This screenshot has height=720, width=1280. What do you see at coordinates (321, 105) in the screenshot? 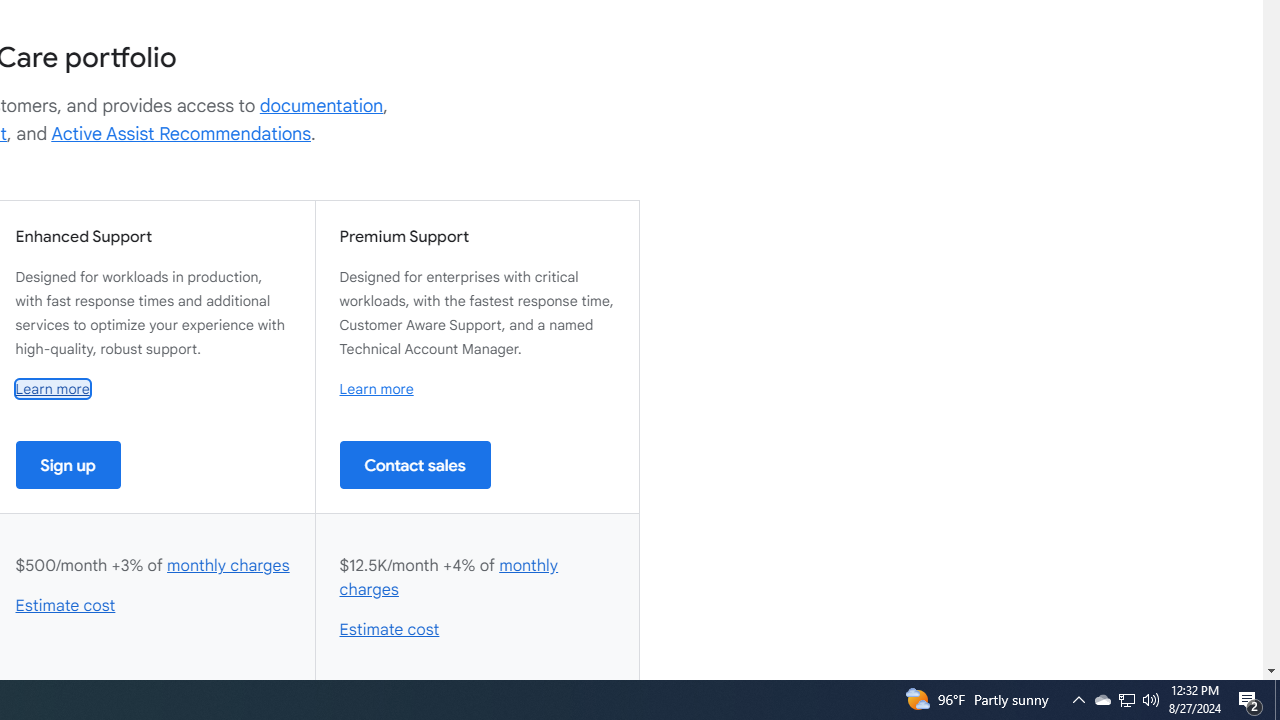
I see `'documentation'` at bounding box center [321, 105].